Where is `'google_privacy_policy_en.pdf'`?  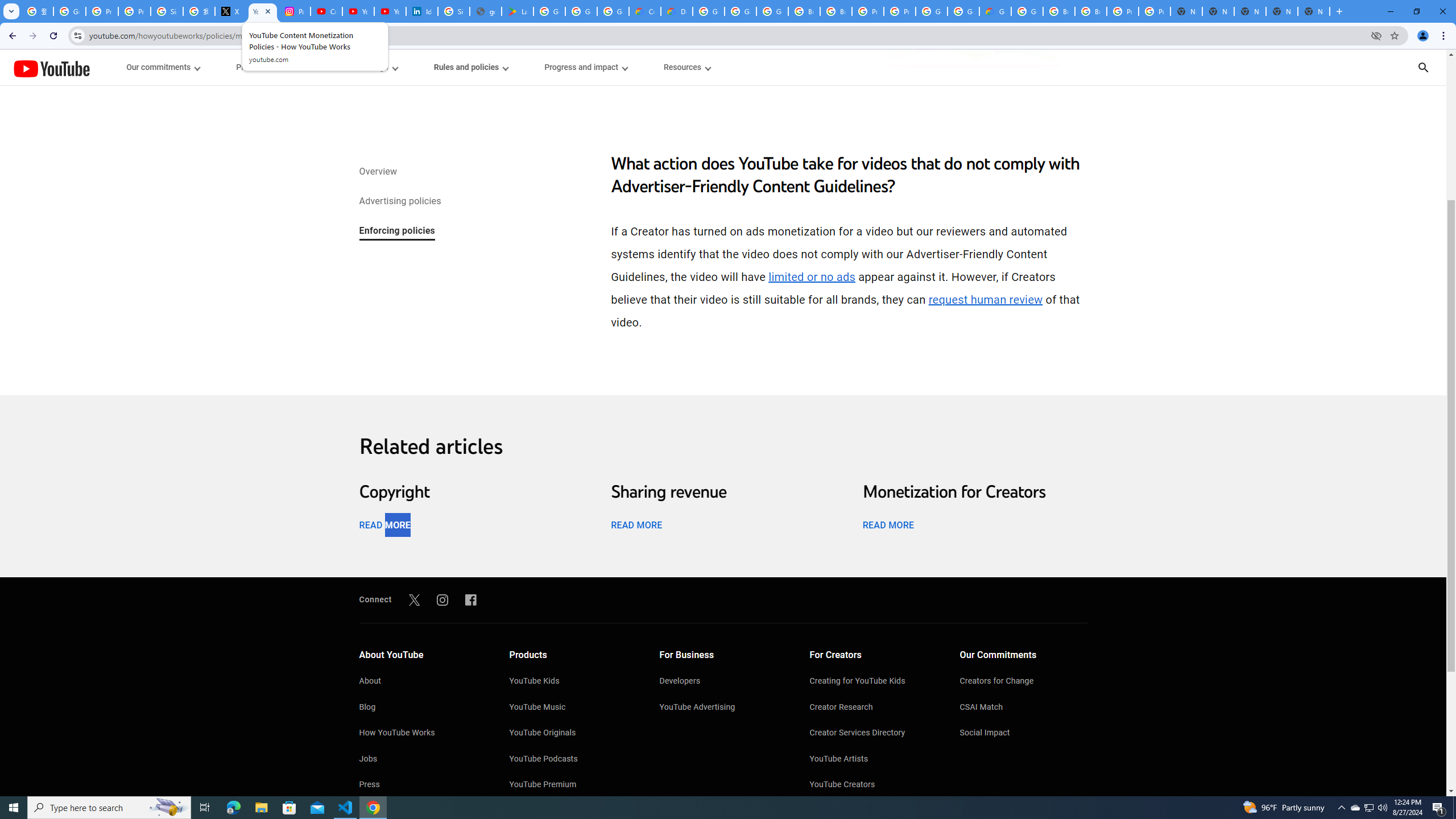 'google_privacy_policy_en.pdf' is located at coordinates (485, 11).